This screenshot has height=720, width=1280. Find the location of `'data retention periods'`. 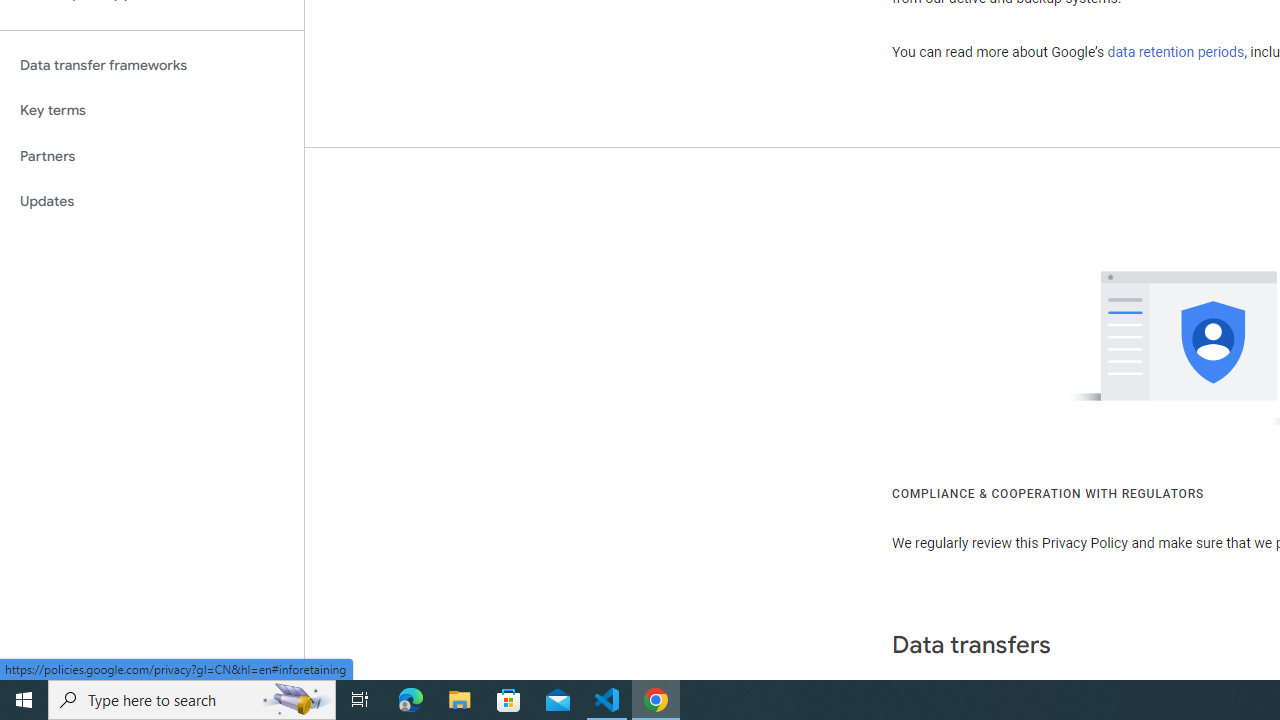

'data retention periods' is located at coordinates (1176, 51).